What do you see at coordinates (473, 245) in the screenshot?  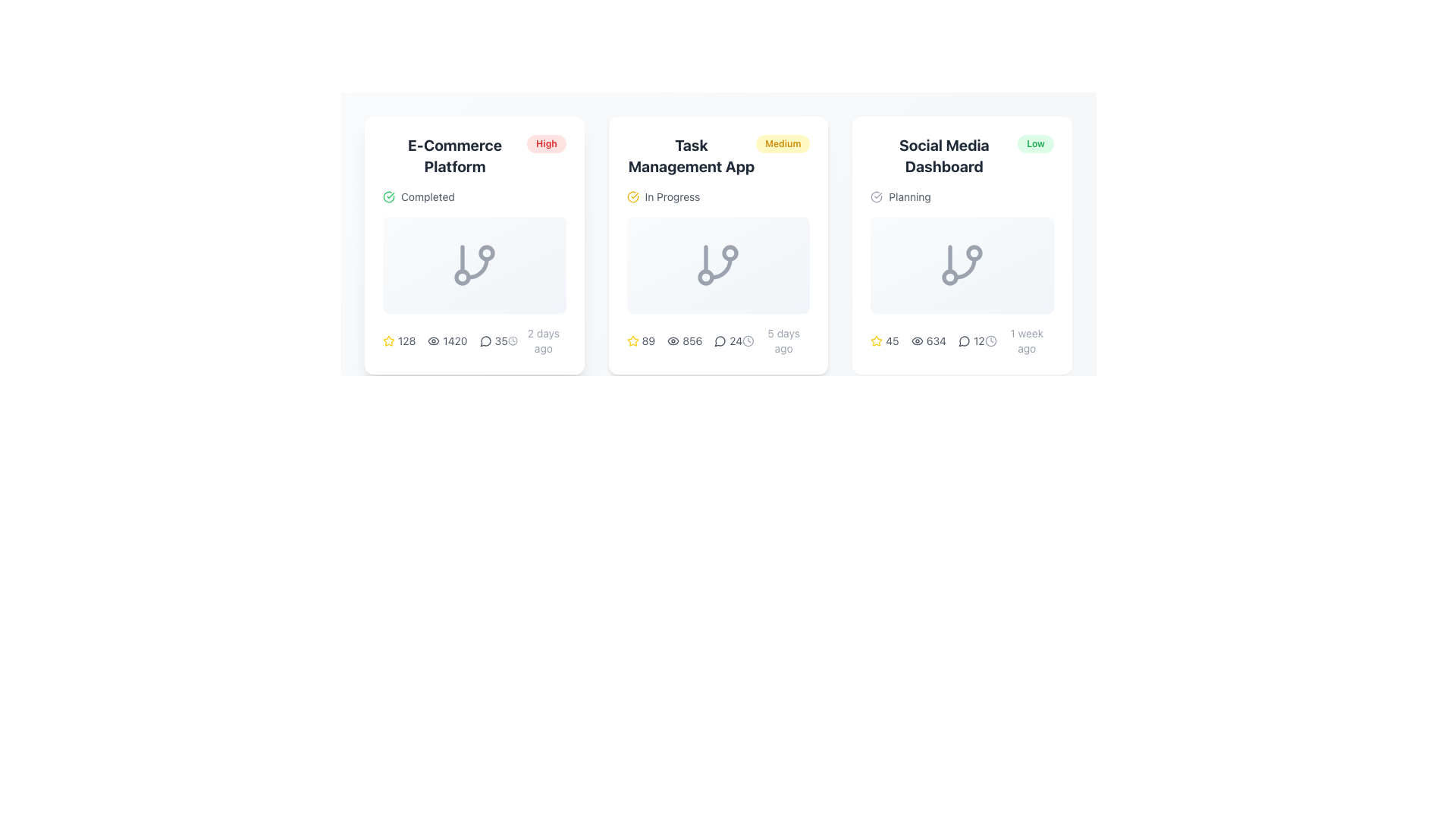 I see `the first Information card` at bounding box center [473, 245].